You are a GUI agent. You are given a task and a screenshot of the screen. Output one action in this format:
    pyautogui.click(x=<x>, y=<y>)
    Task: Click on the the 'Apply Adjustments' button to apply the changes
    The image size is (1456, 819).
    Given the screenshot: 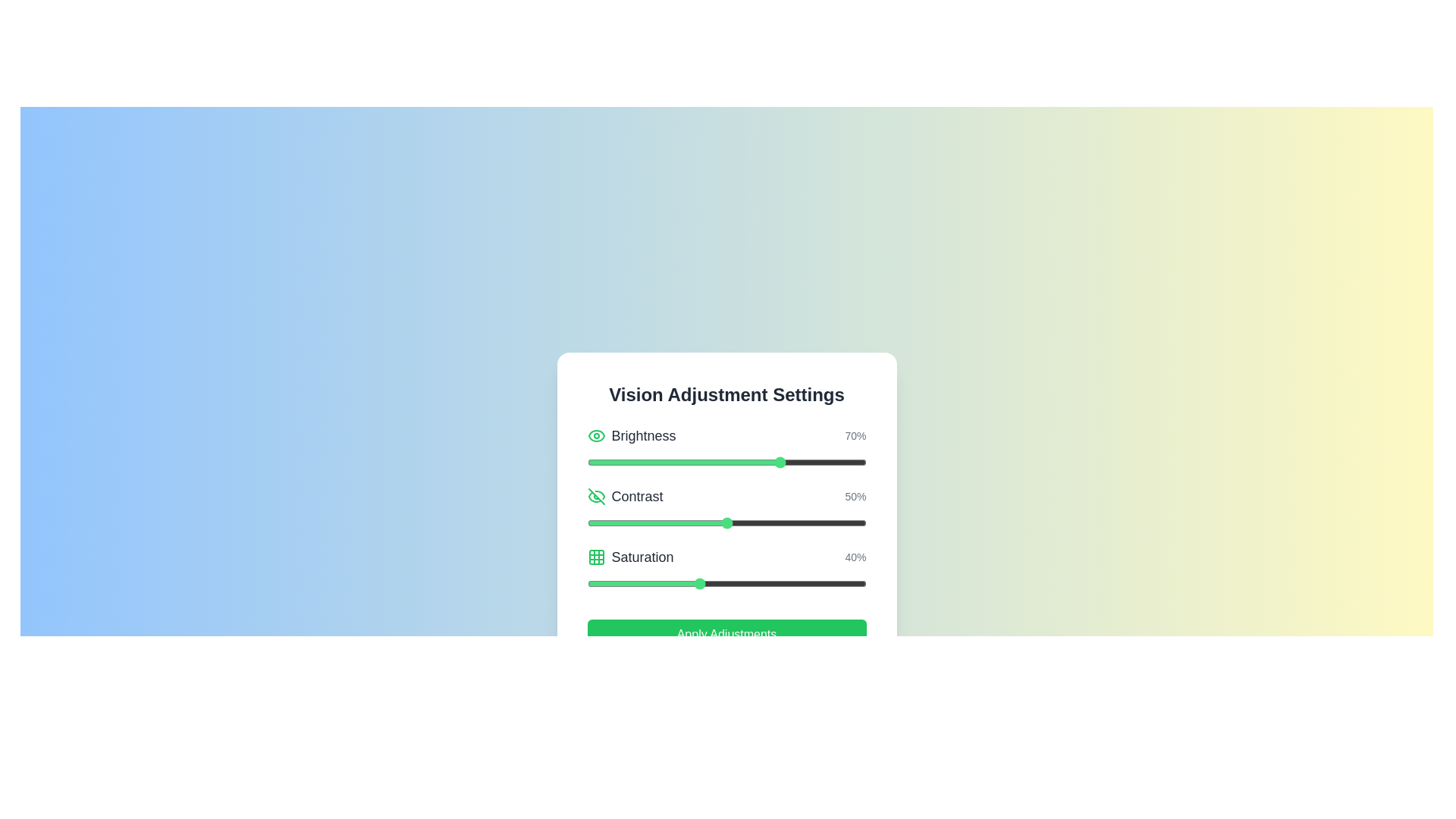 What is the action you would take?
    pyautogui.click(x=726, y=635)
    